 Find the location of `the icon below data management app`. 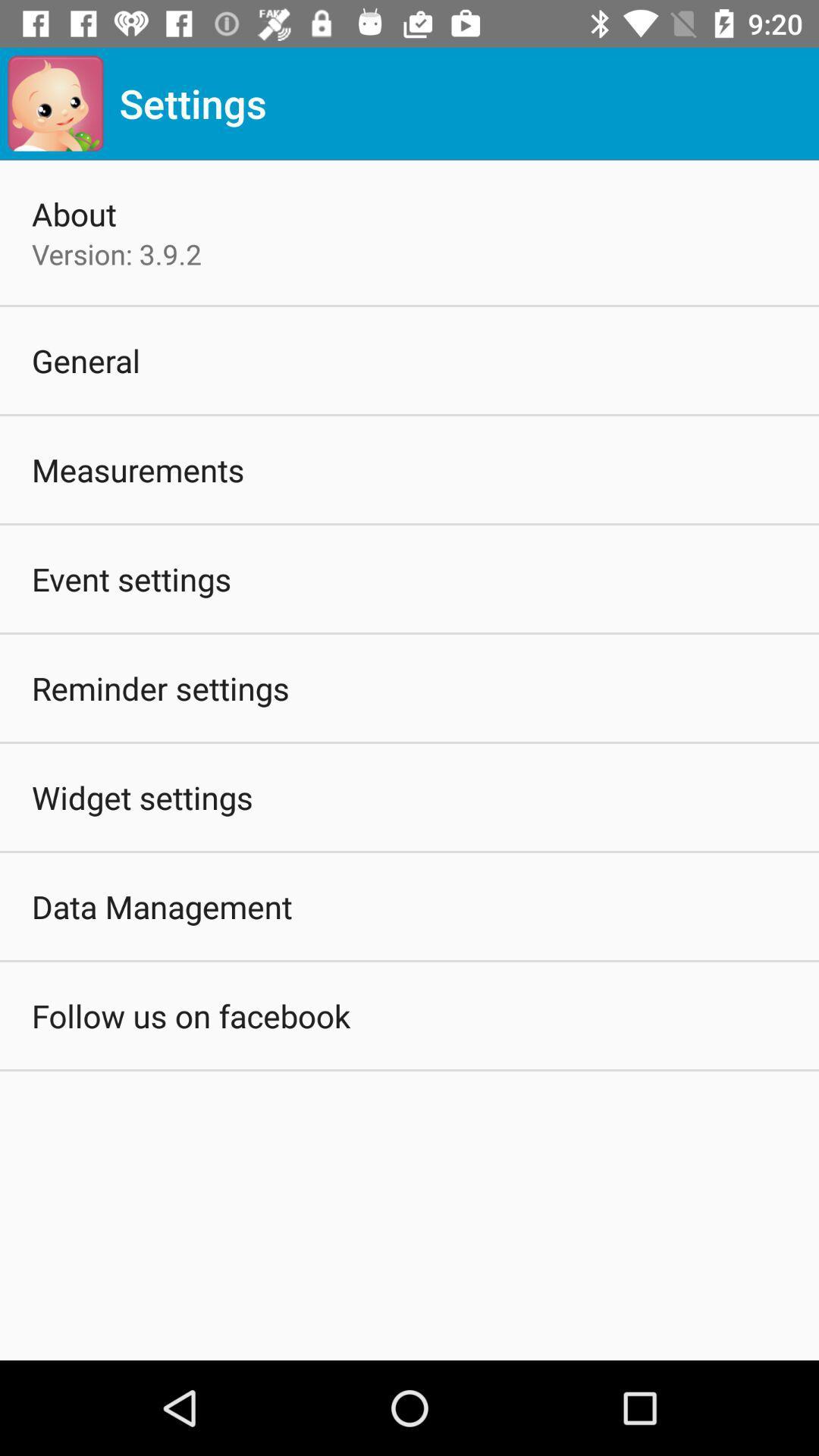

the icon below data management app is located at coordinates (190, 1015).